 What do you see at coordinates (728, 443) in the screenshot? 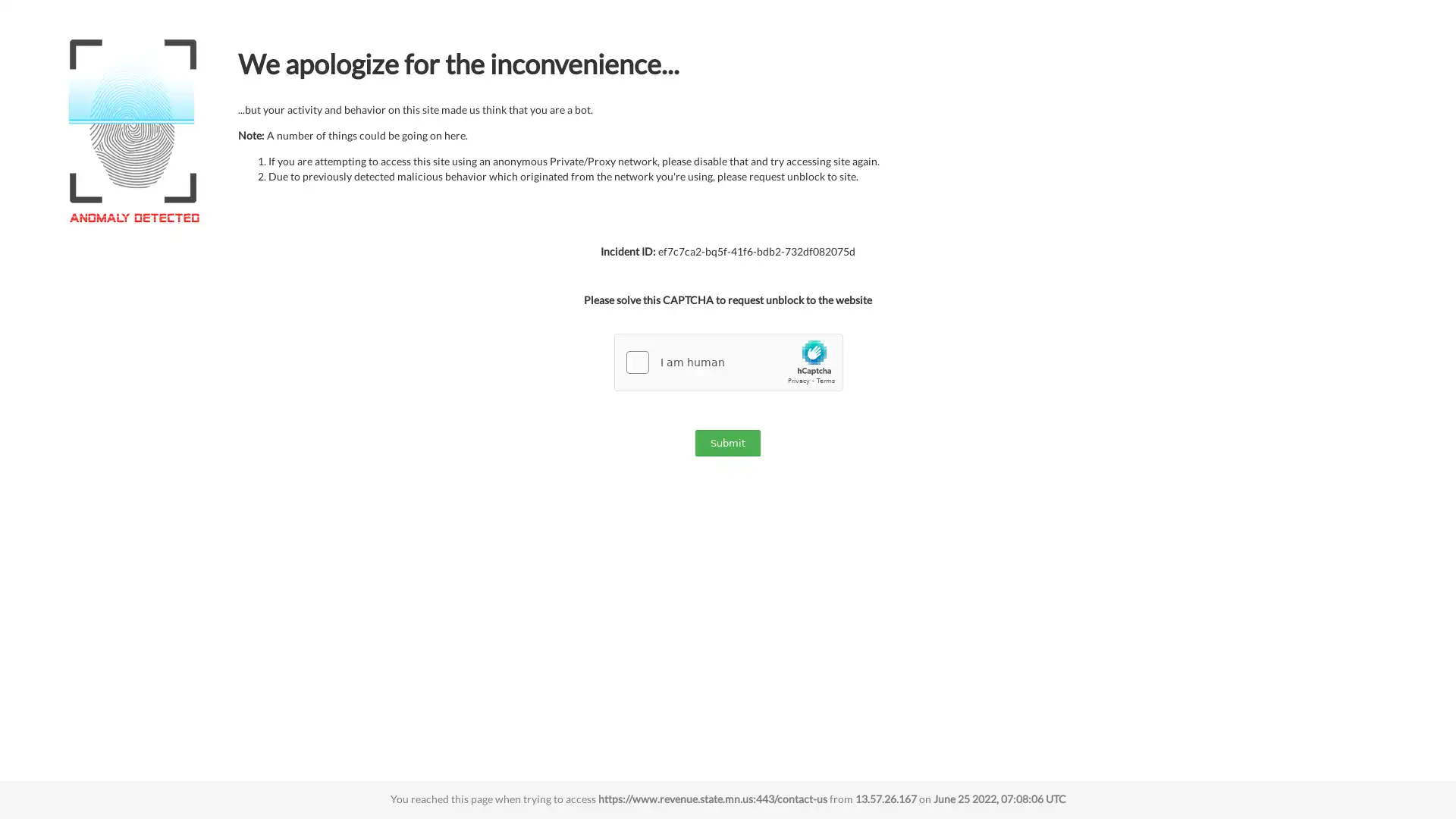
I see `Submit` at bounding box center [728, 443].